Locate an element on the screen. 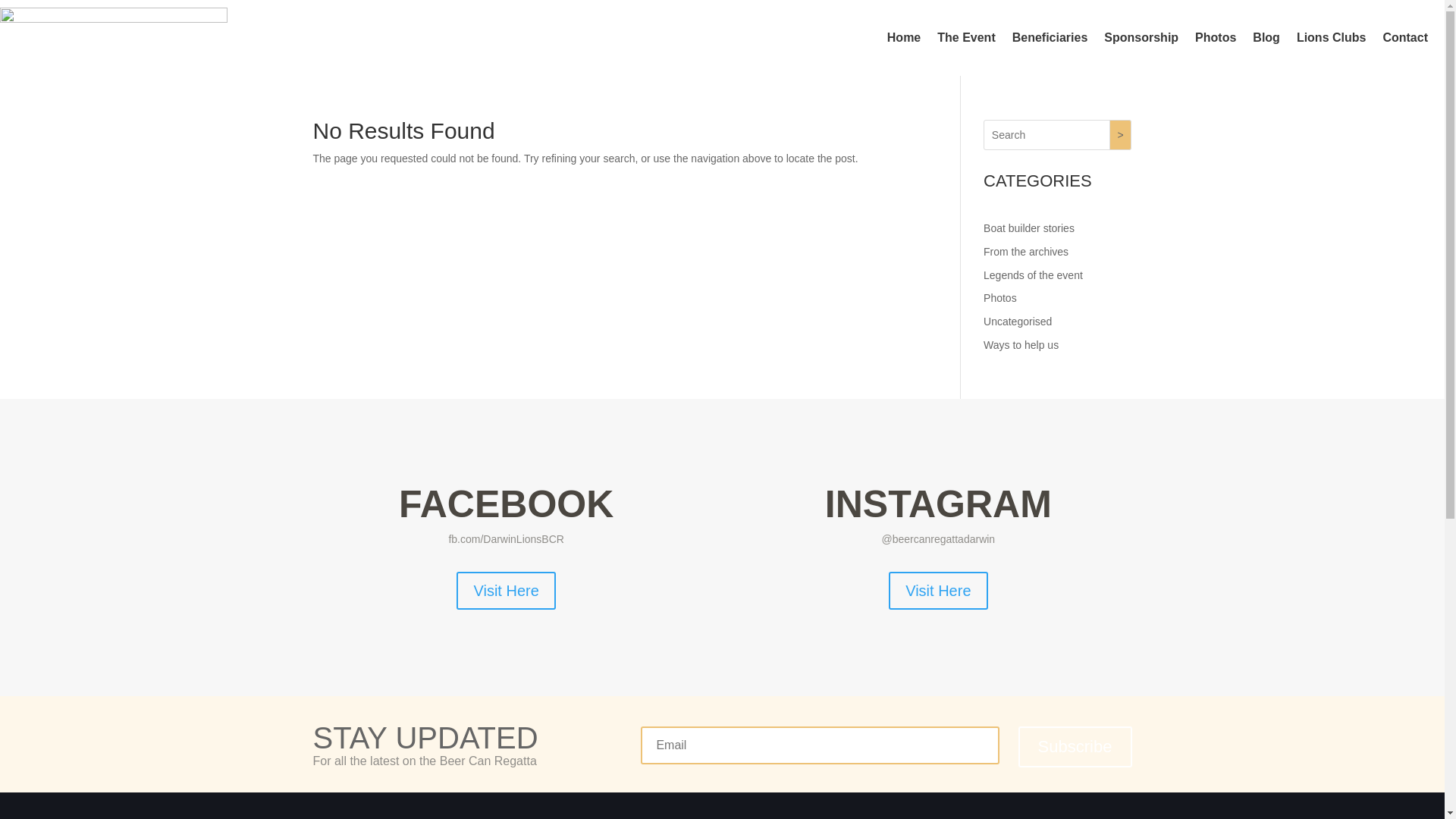 The height and width of the screenshot is (819, 1456). 'Legends of the event' is located at coordinates (1032, 275).